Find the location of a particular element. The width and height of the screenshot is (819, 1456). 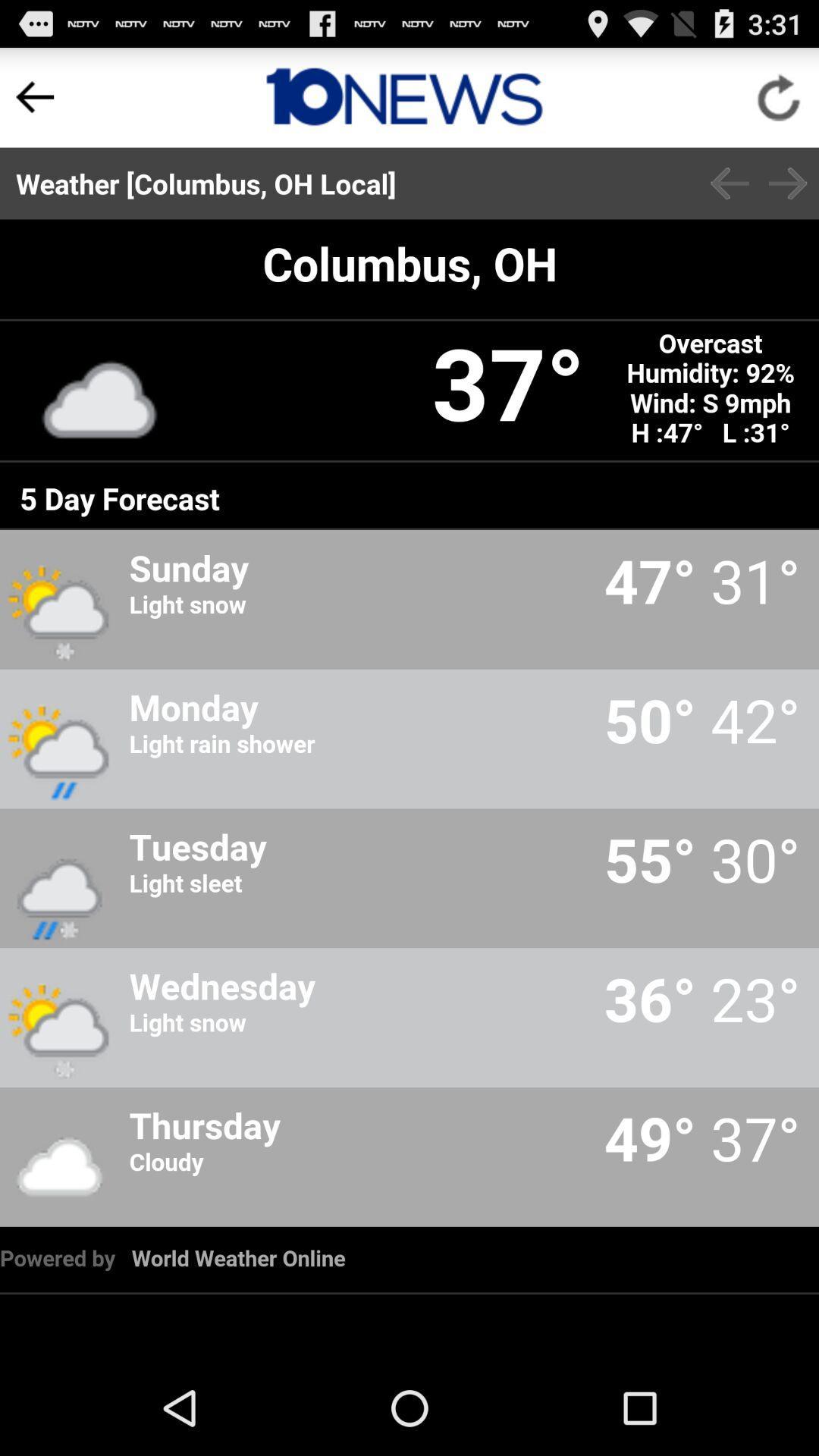

refresh page is located at coordinates (779, 96).